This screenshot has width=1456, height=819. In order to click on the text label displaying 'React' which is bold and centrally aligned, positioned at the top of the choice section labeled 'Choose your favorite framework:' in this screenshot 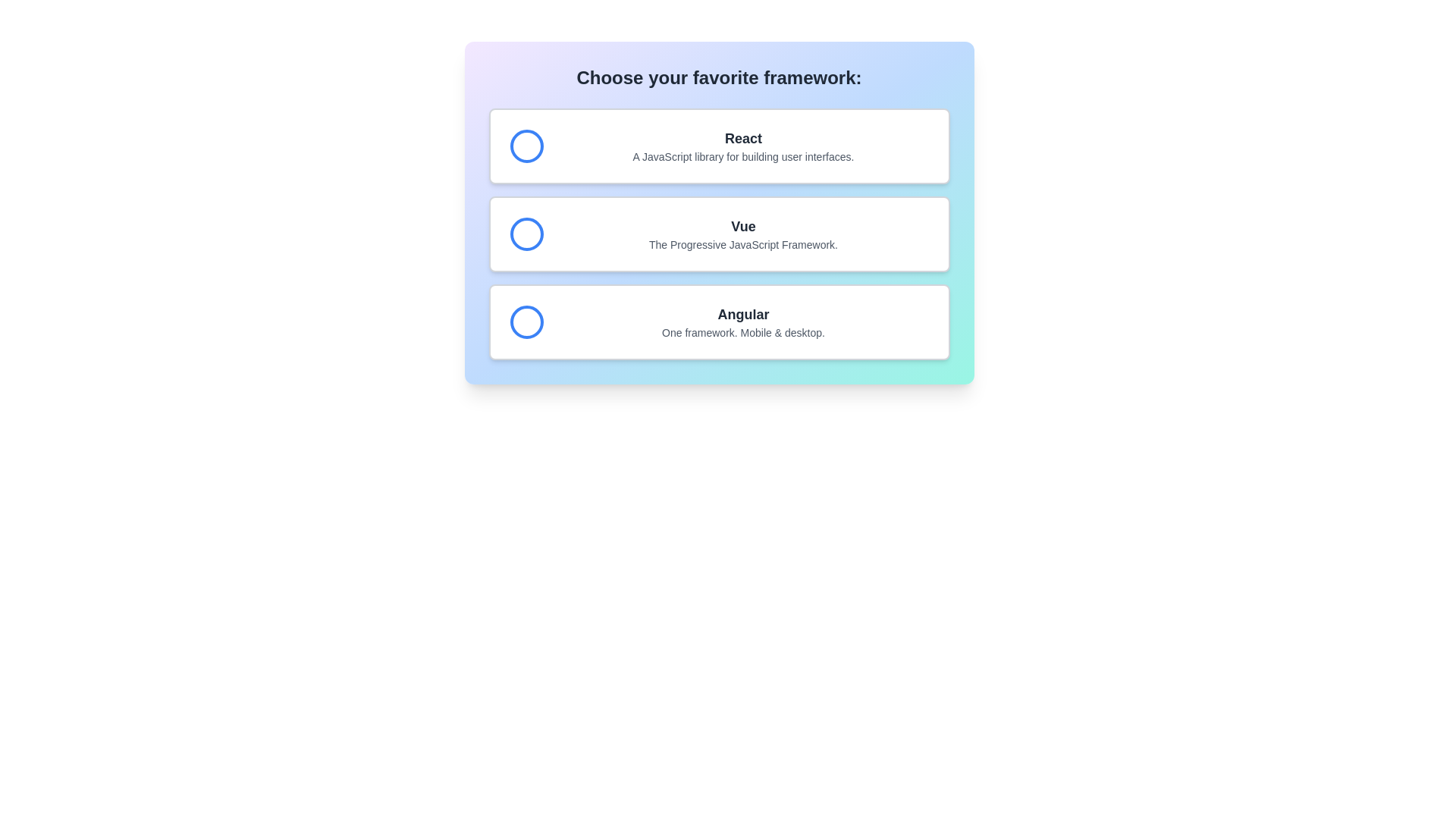, I will do `click(743, 138)`.